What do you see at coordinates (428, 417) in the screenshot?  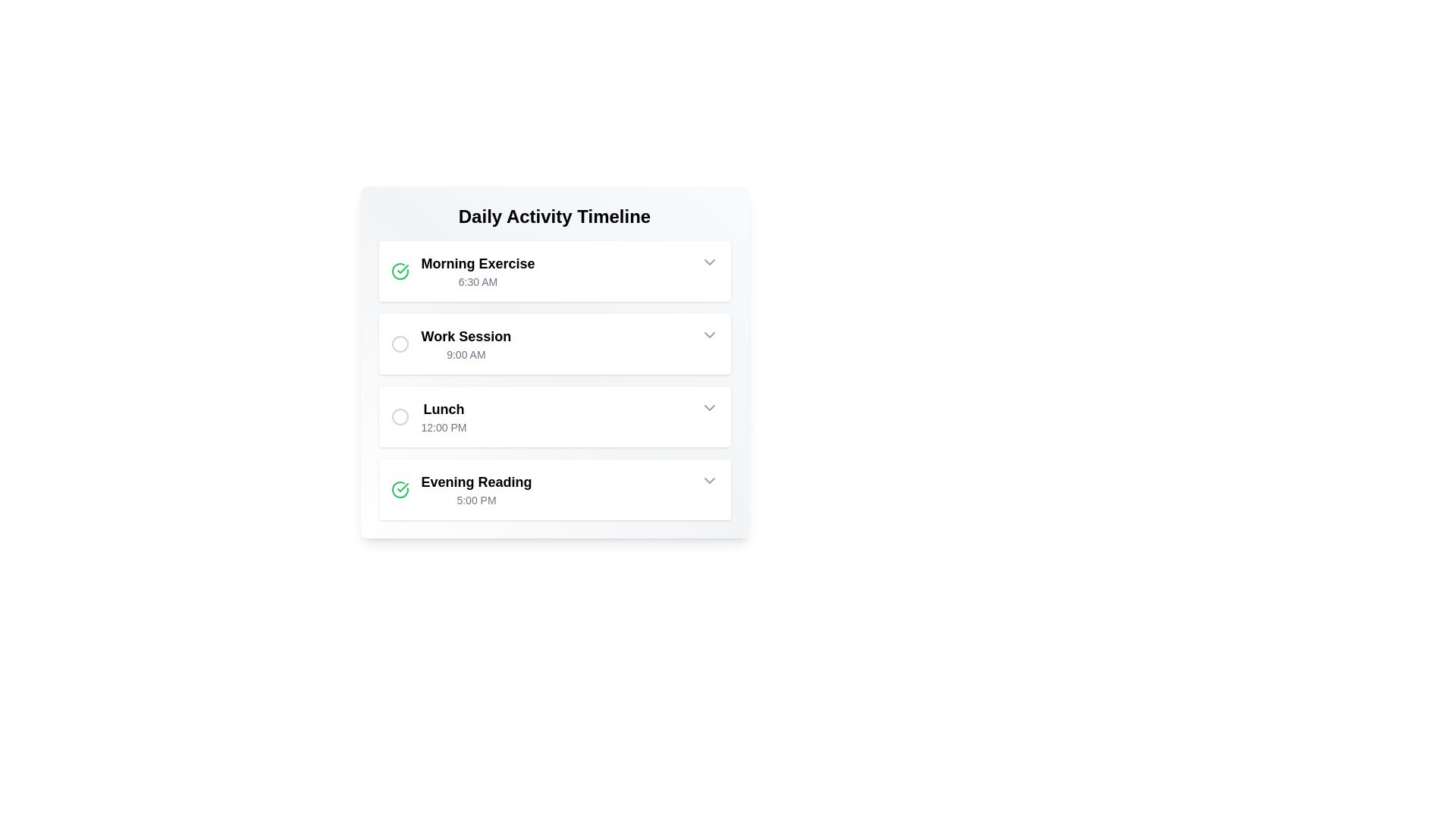 I see `the text label displaying 'Lunch' with the smaller gray text '12:00 PM', which is aligned to the right of a circular gray hollow icon, located in the third item of the Daily Activity Timeline list` at bounding box center [428, 417].